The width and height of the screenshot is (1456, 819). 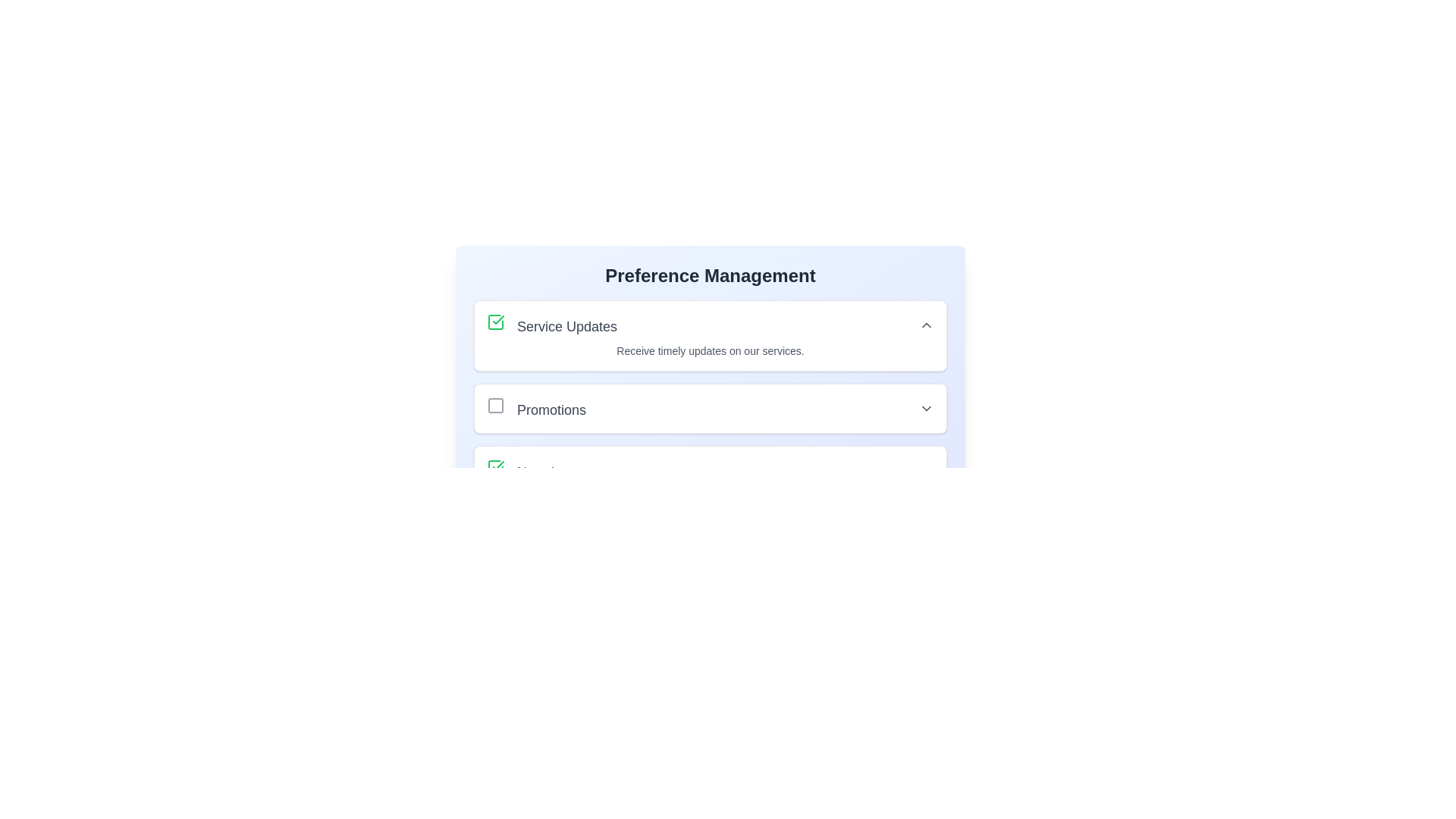 I want to click on the checkbox in the second list item under the 'Service Updates' section on the 'Preference Management' page, so click(x=709, y=408).